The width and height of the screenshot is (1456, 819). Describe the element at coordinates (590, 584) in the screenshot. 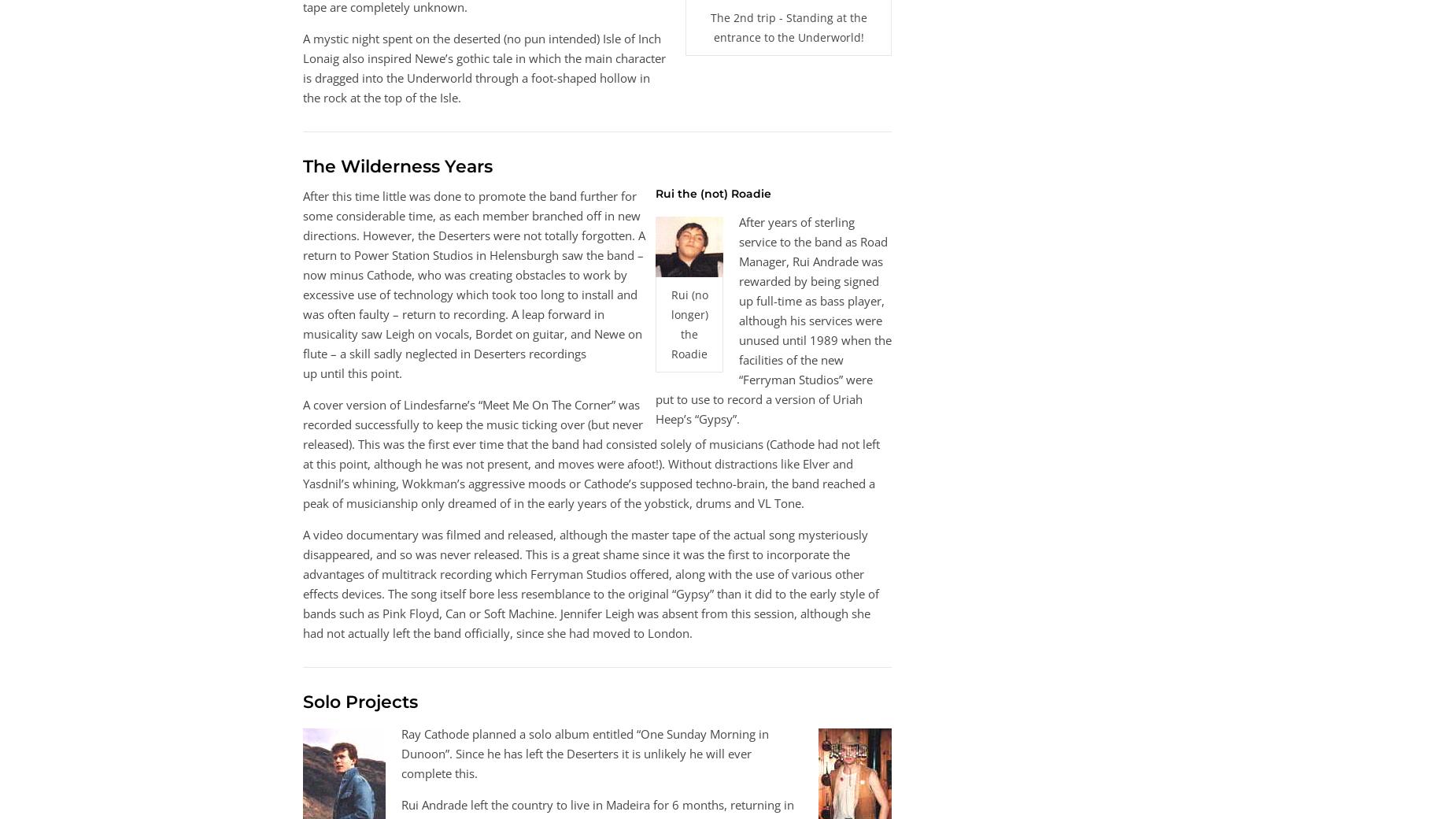

I see `'A video documentary was filmed and released, although the master tape of the actual song mysteriously disappeared, and so was never released. This is a great shame since it was the first to incorporate the advantages of multitrack recording which Ferryman Studios offered, along with the use of various other effects devices. The song itself bore less resemblance to the original “Gypsy” than it did to the early style of bands such as Pink Floyd, Can or Soft Machine. Jennifer Leigh was absent from this session, although she had not actually left the band officially, since she had moved to London.'` at that location.